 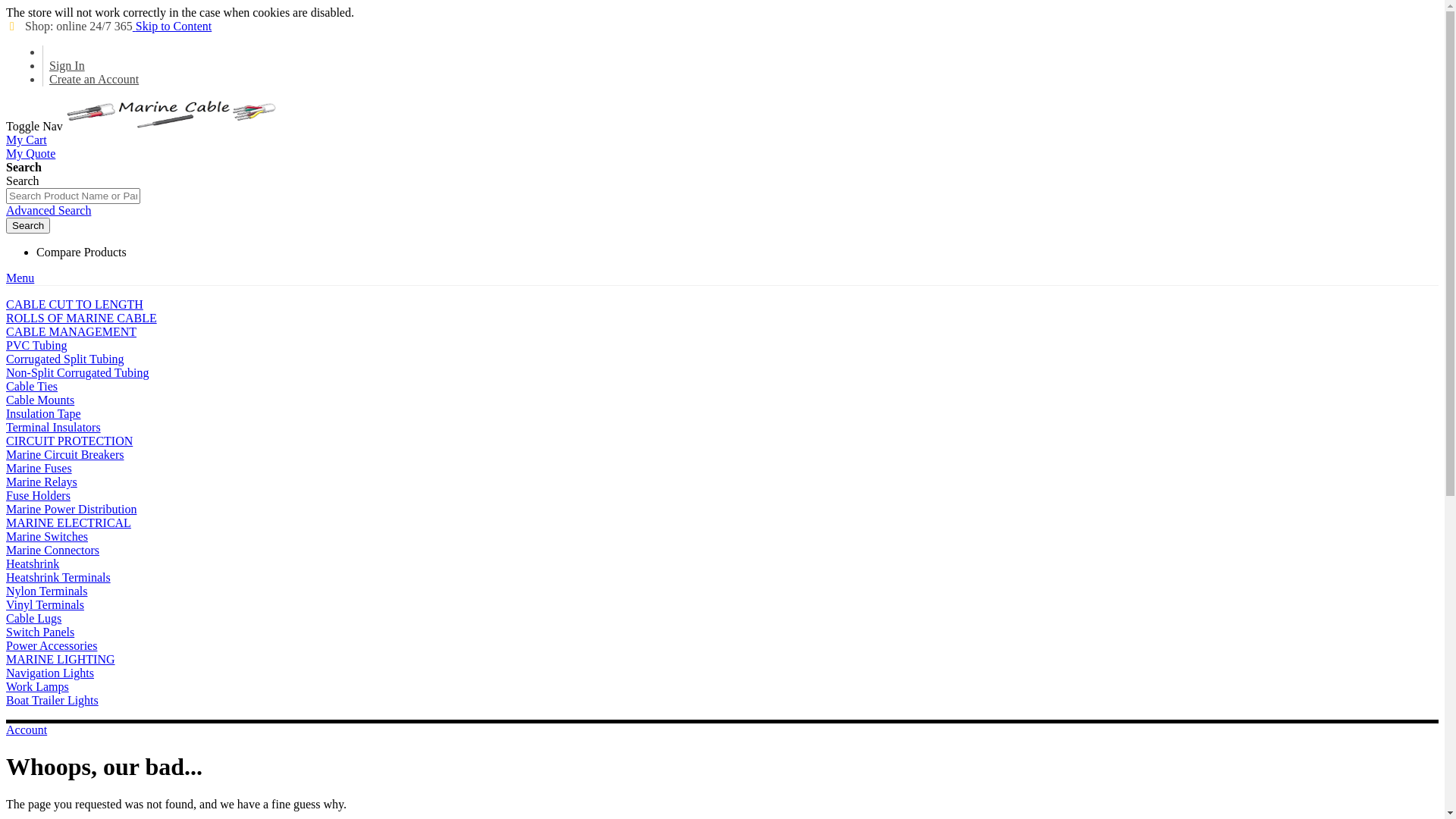 What do you see at coordinates (74, 304) in the screenshot?
I see `'CABLE CUT TO LENGTH'` at bounding box center [74, 304].